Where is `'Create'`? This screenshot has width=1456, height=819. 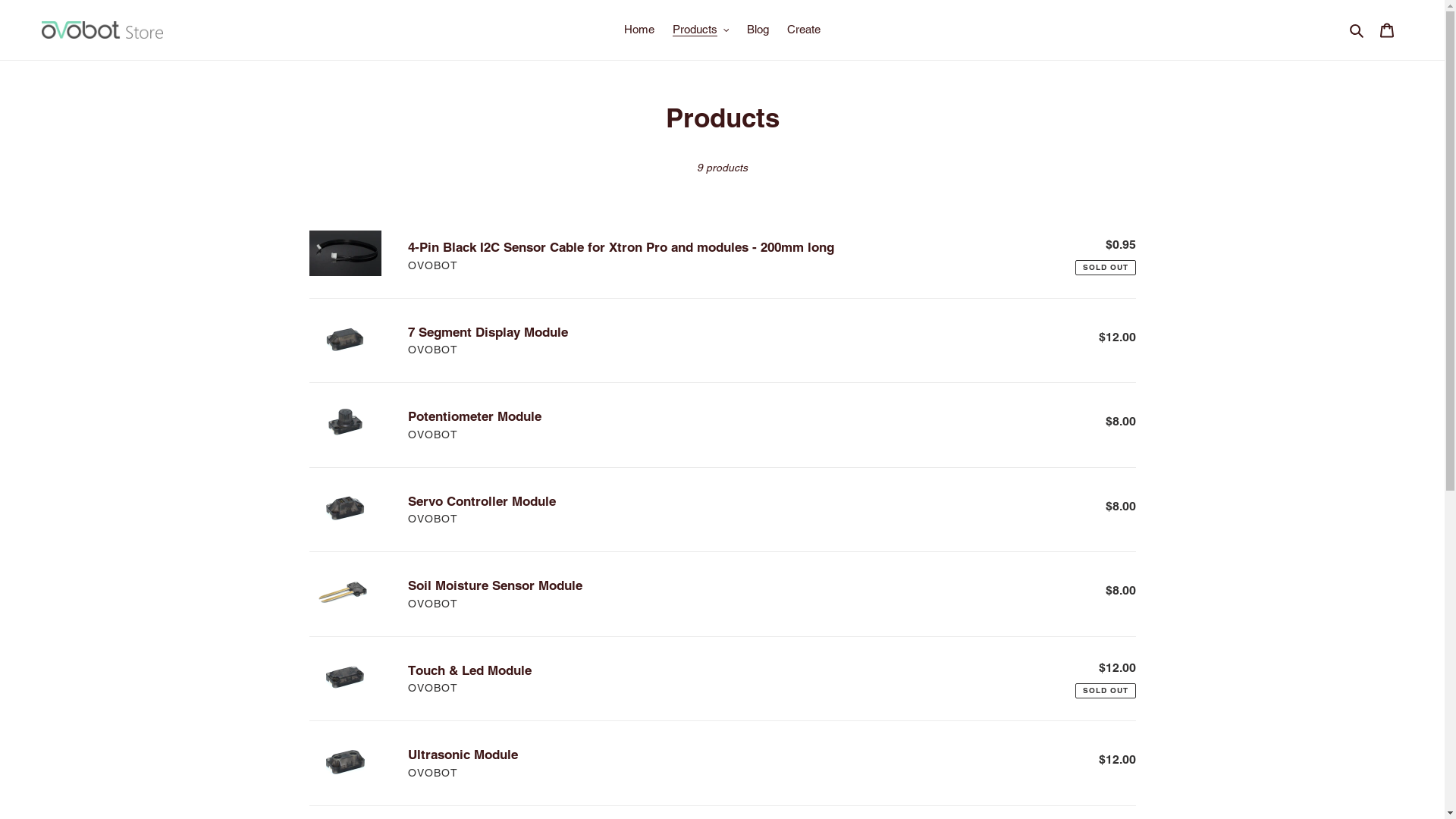 'Create' is located at coordinates (803, 30).